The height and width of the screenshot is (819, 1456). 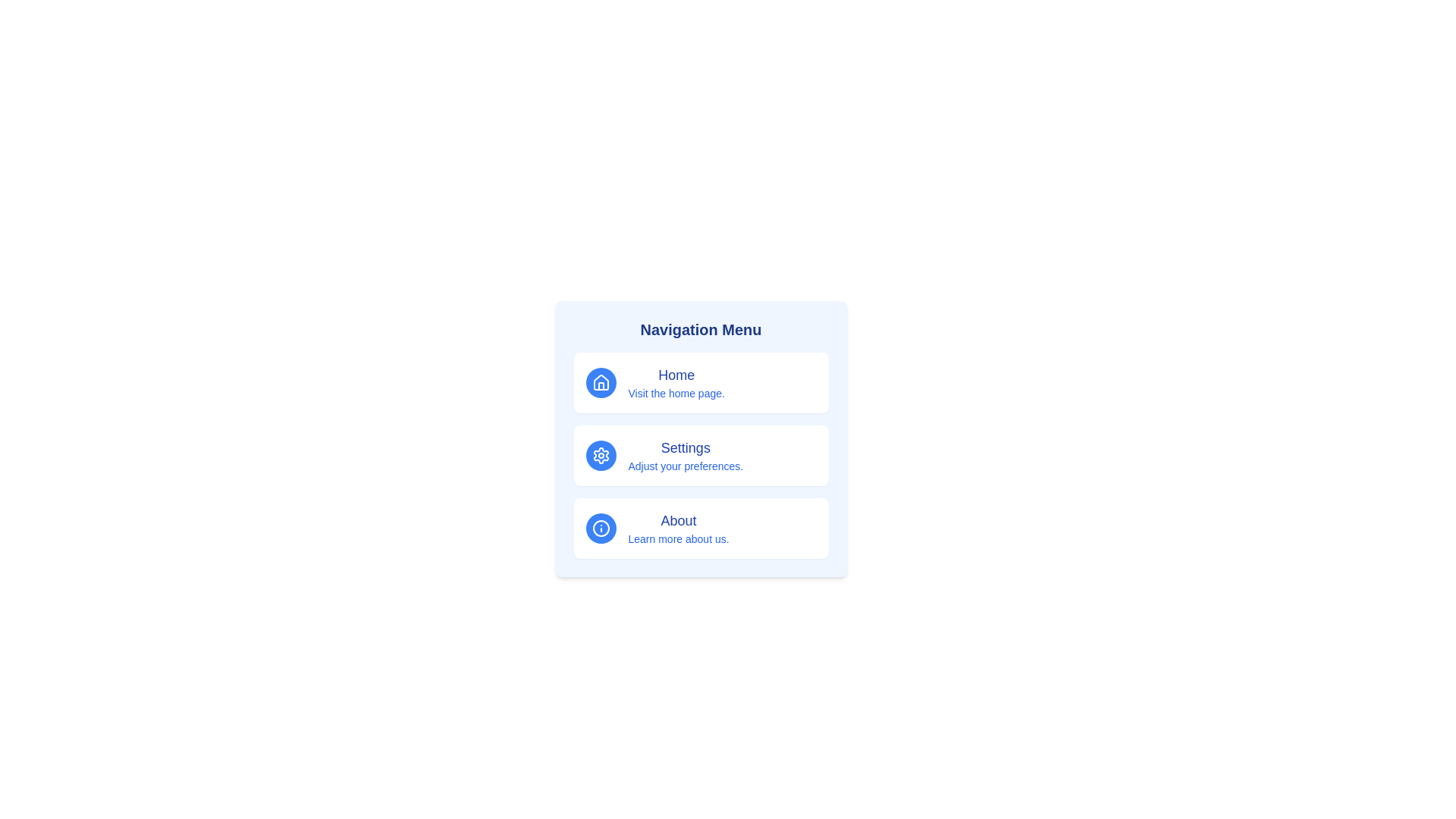 I want to click on the 'About' section label located at the bottom of the navigation menu, which provides information about this section, so click(x=678, y=528).